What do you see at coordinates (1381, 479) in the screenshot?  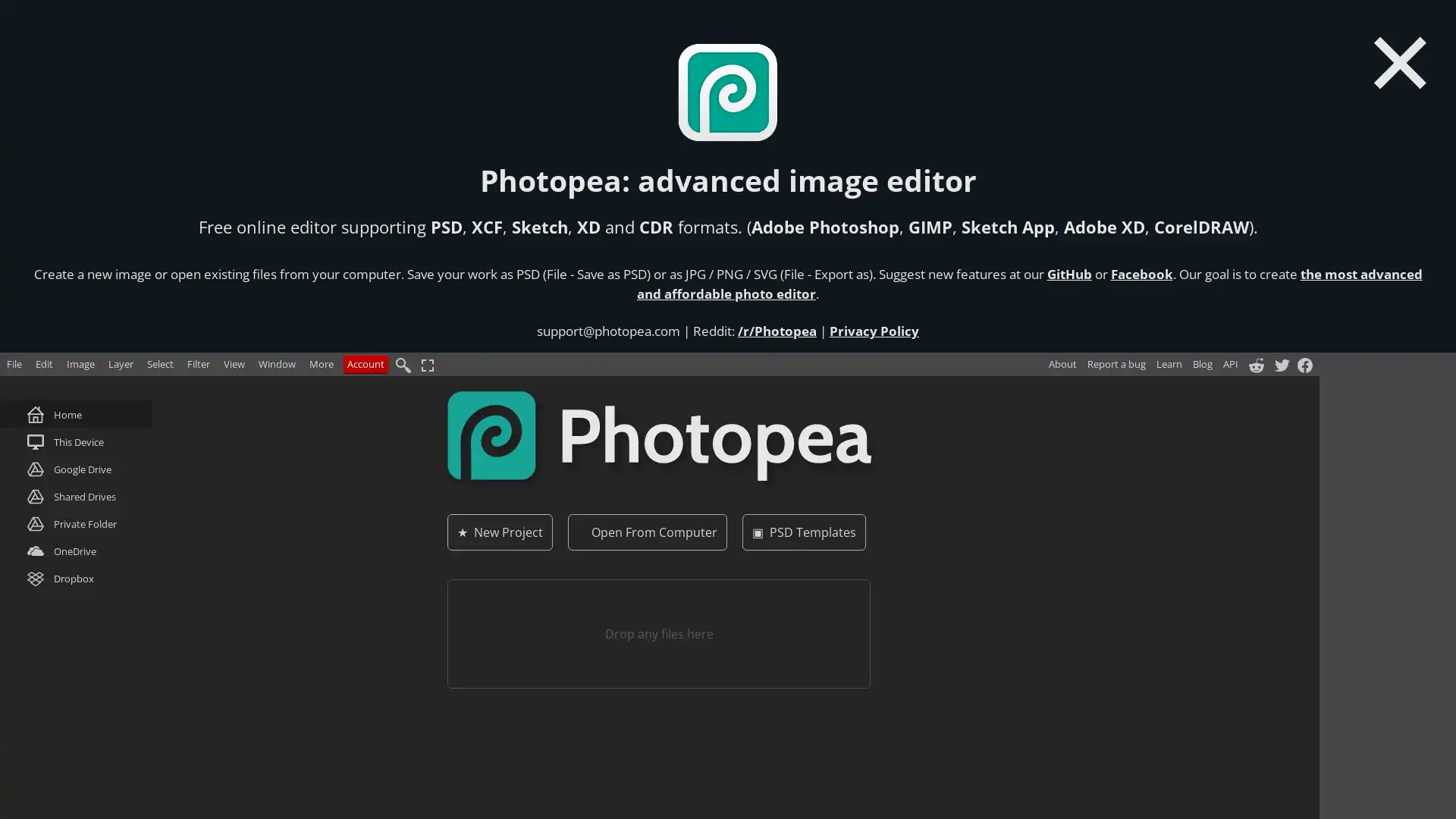 I see `Do not sell my data` at bounding box center [1381, 479].